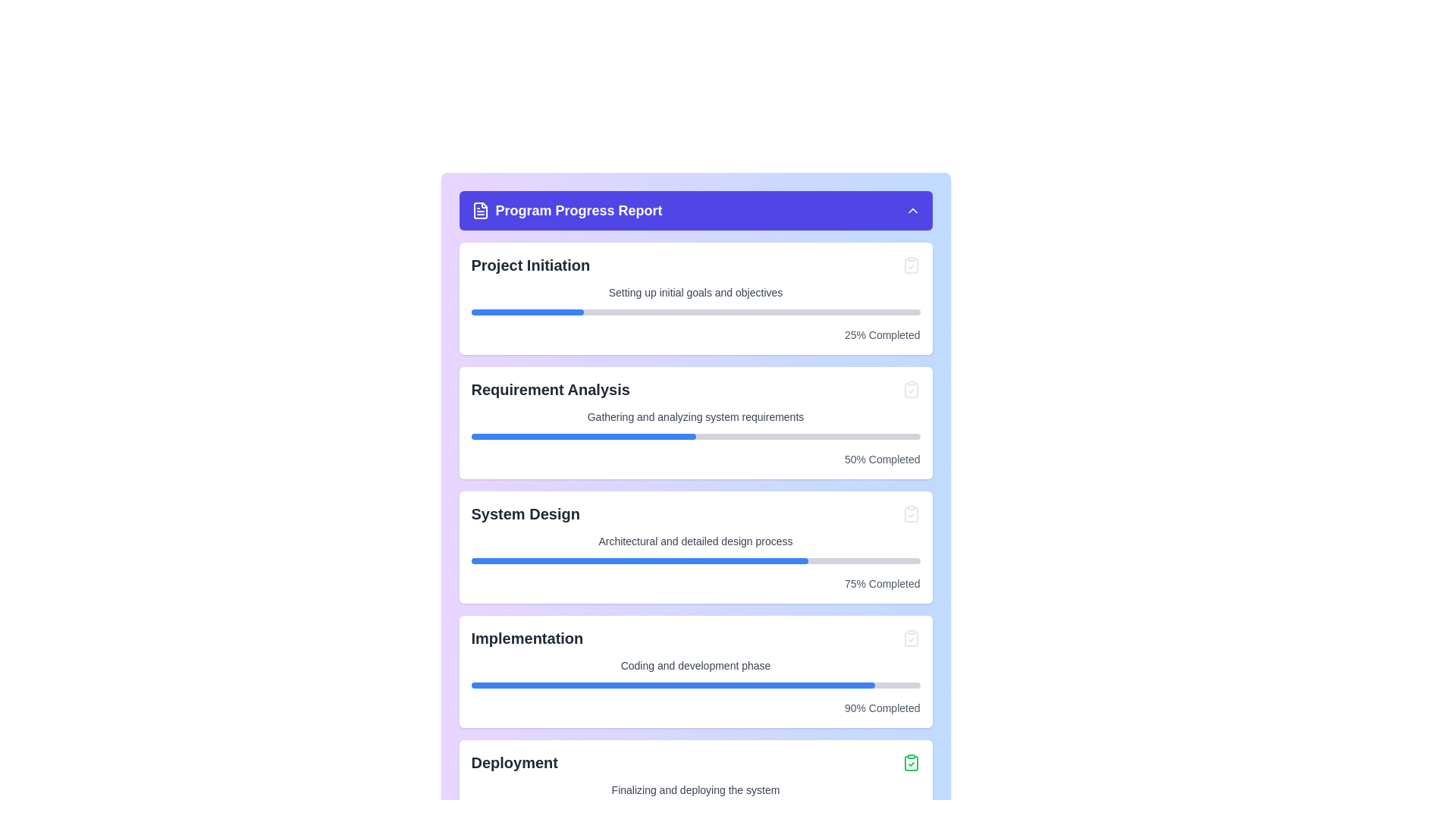  What do you see at coordinates (695, 540) in the screenshot?
I see `the static text providing additional descriptive information about the 'System Design' stage, which is positioned between the title text and a progress bar` at bounding box center [695, 540].